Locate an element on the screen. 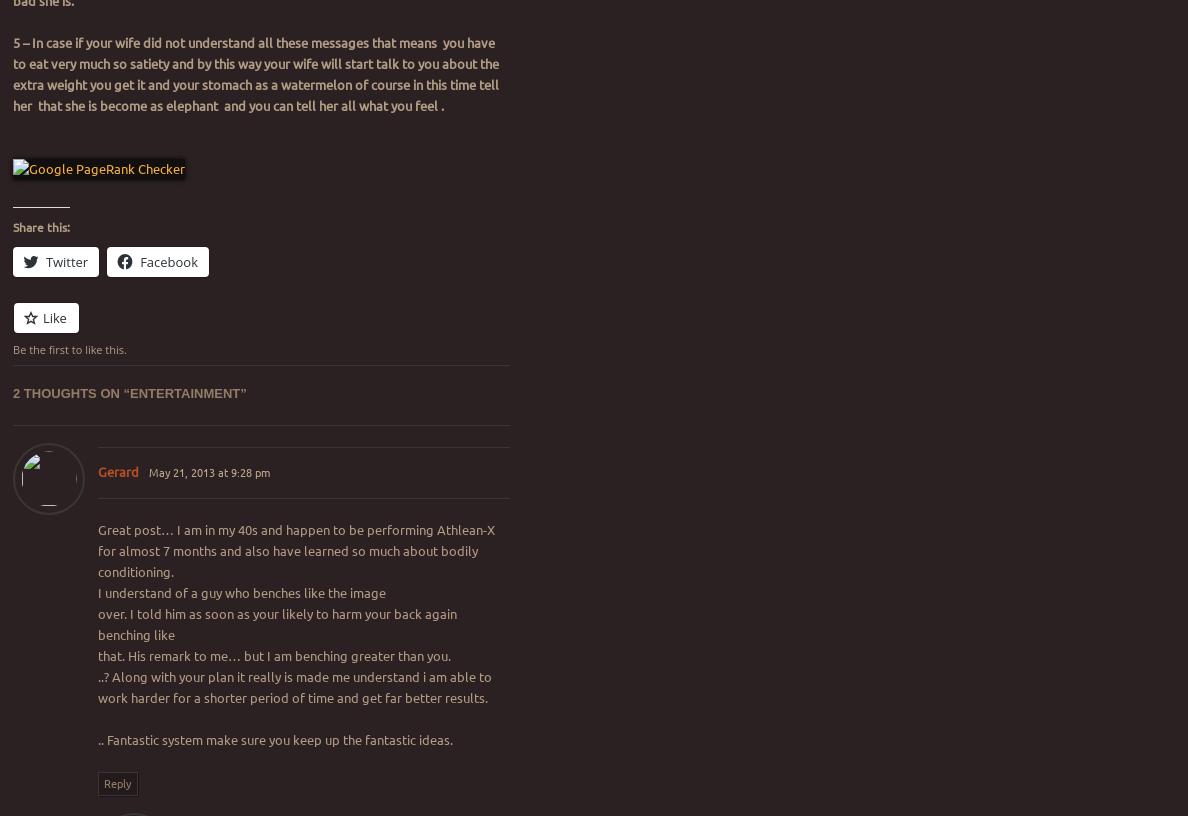 This screenshot has width=1188, height=816. 'I understand of a guy who benches like the image' is located at coordinates (240, 591).